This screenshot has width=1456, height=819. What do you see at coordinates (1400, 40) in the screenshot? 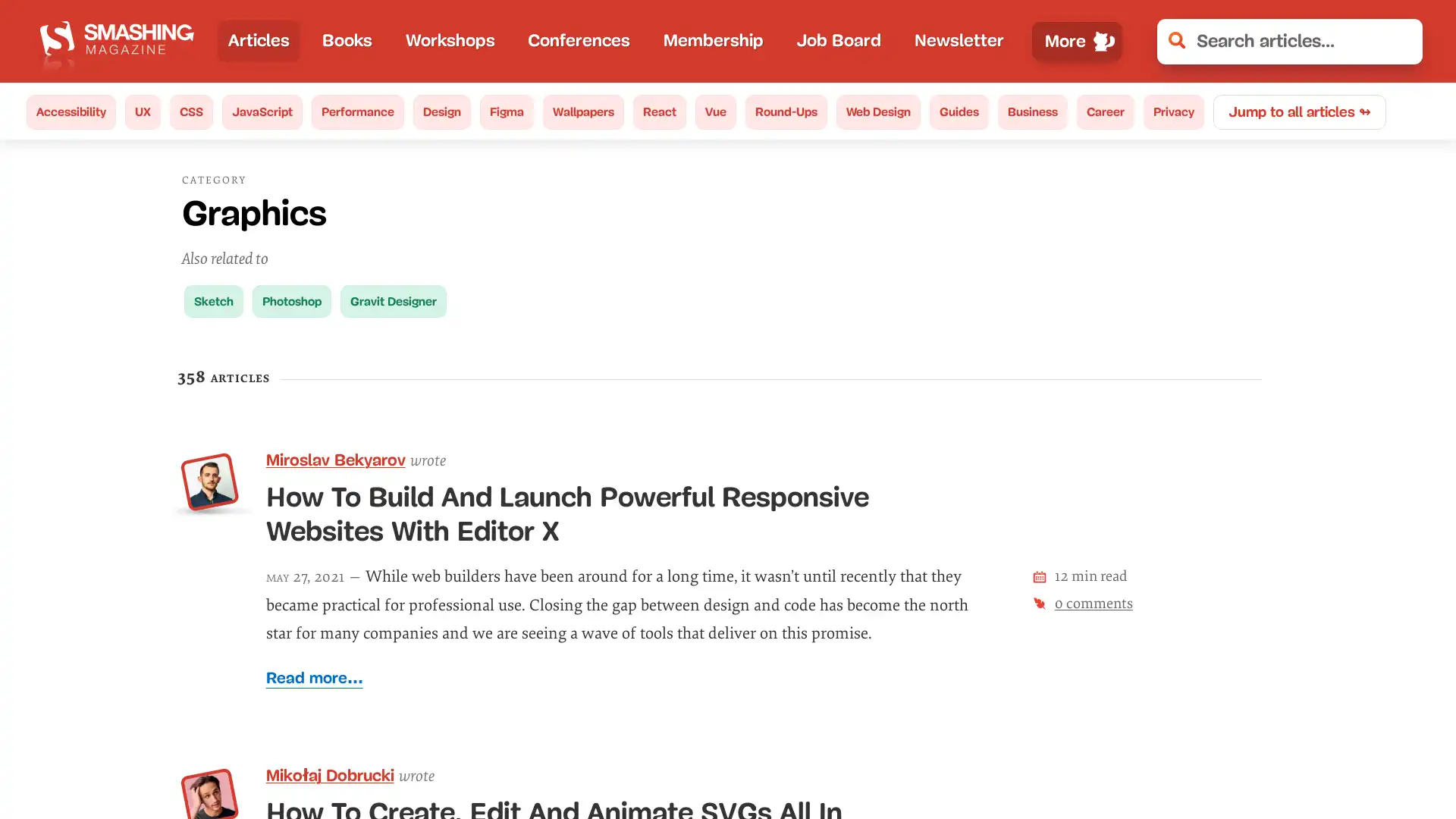
I see `Clear Search` at bounding box center [1400, 40].